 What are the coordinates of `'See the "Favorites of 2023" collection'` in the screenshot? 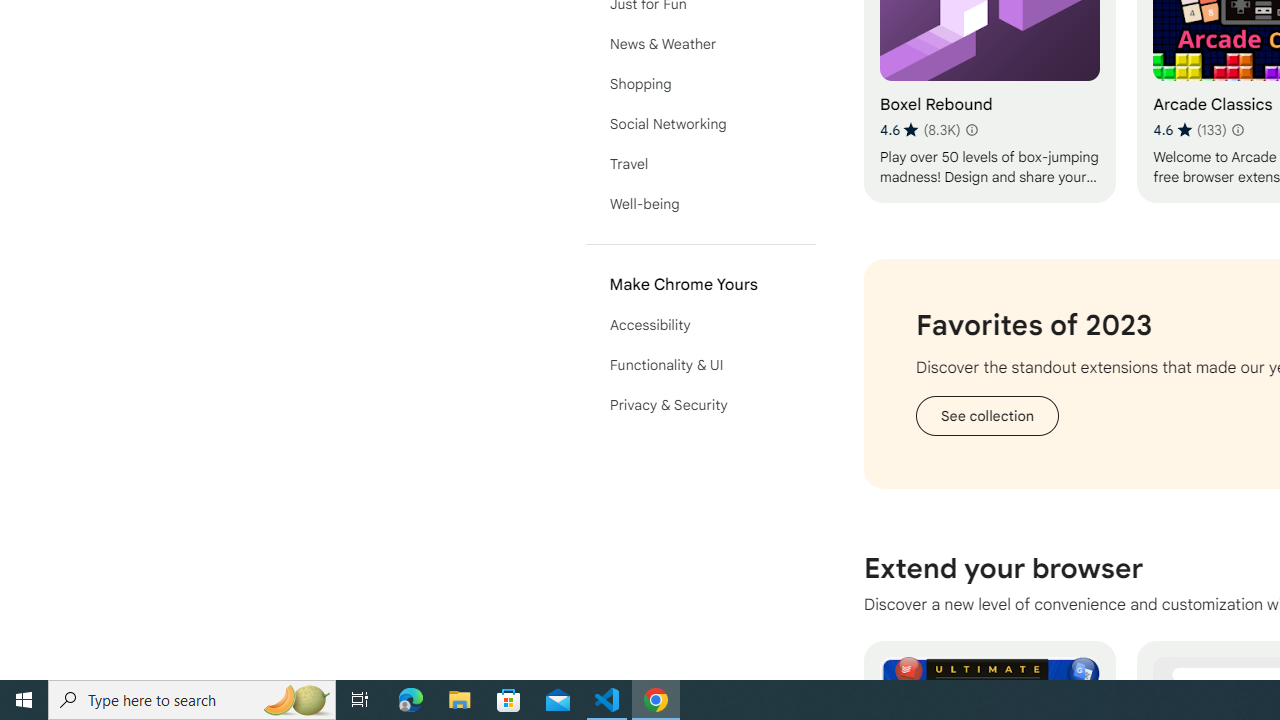 It's located at (986, 414).